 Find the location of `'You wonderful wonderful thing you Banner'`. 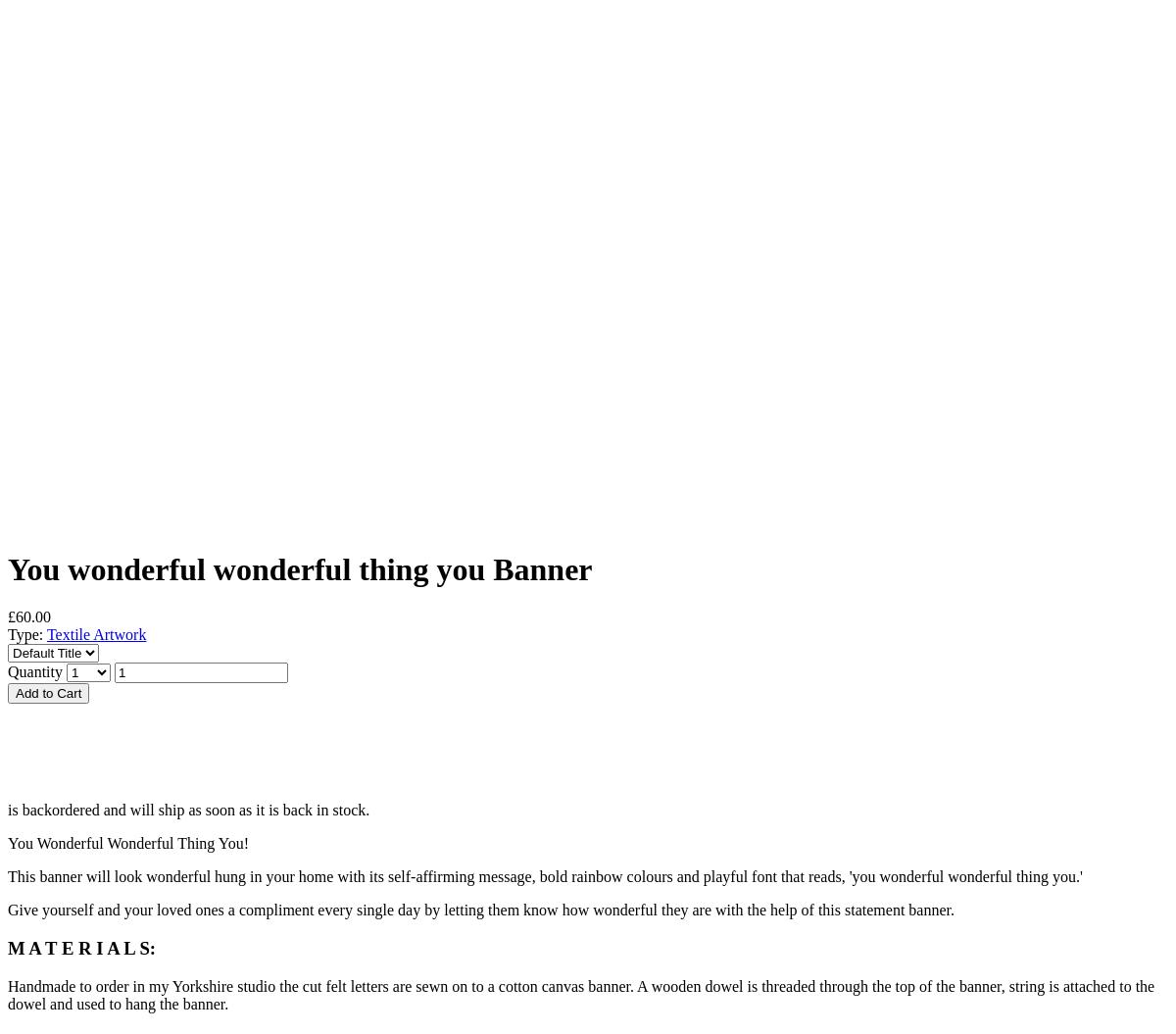

'You wonderful wonderful thing you Banner' is located at coordinates (300, 567).